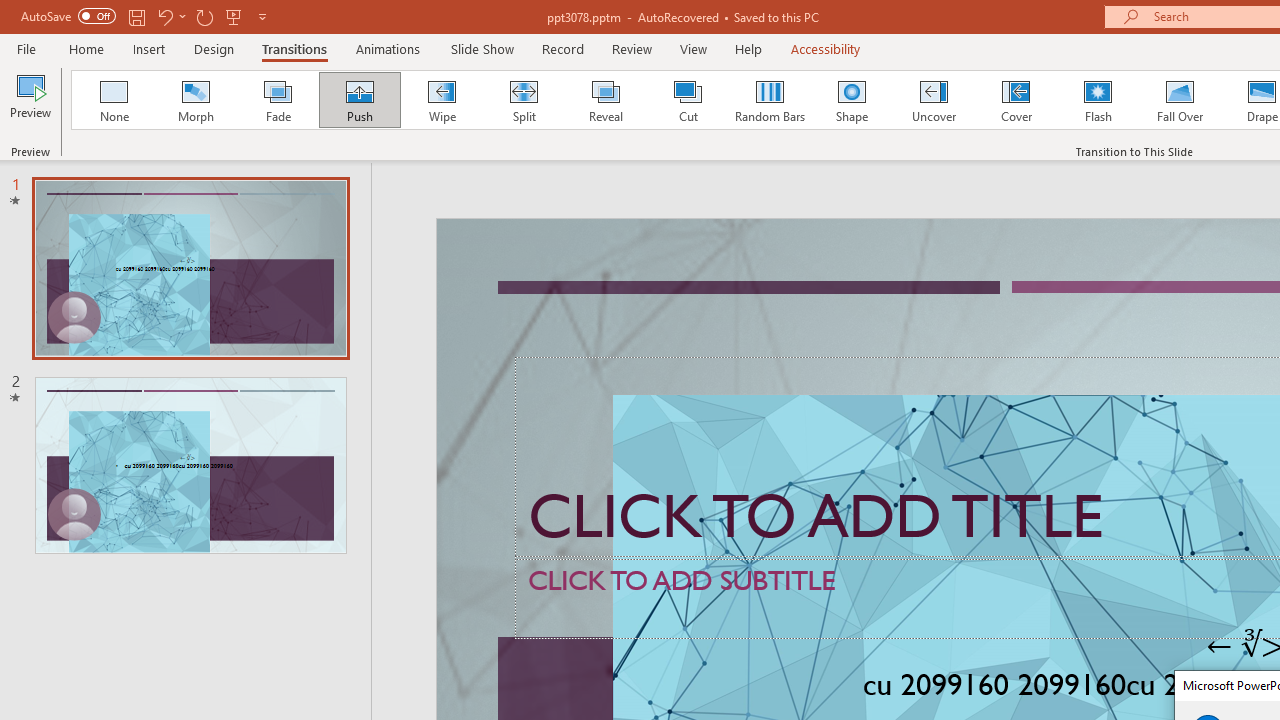  Describe the element at coordinates (604, 100) in the screenshot. I see `'Reveal'` at that location.